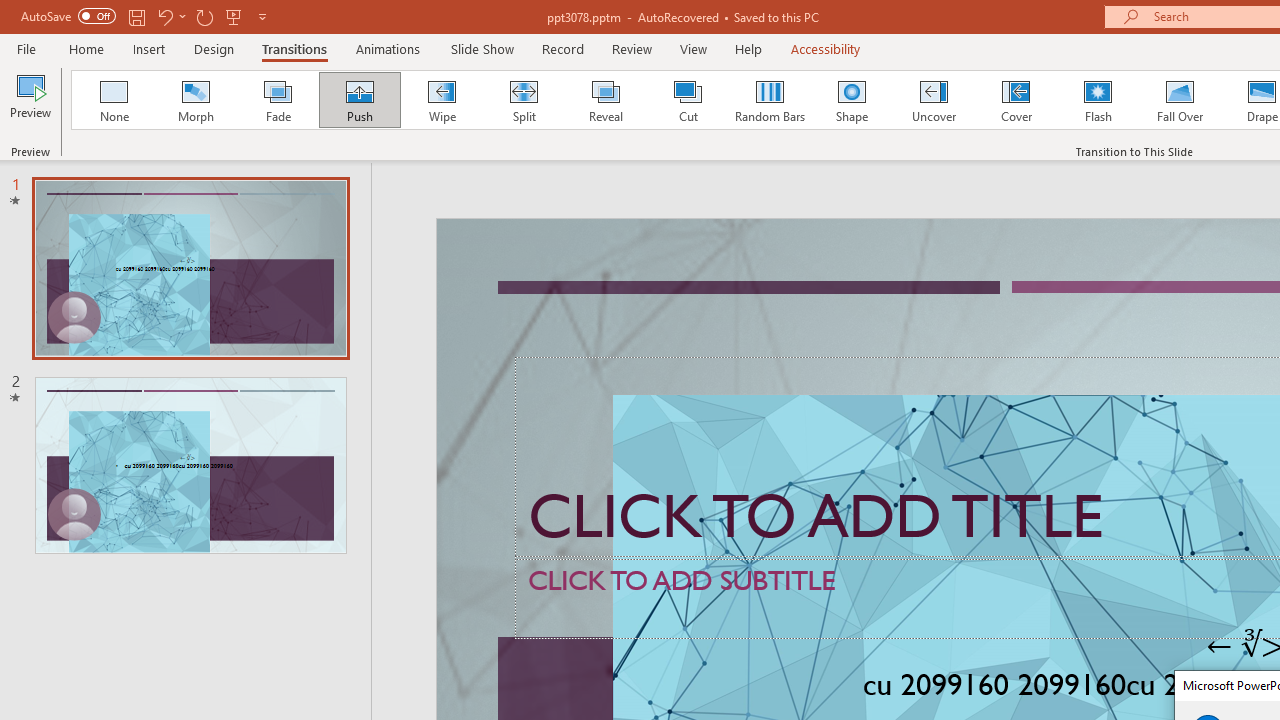  Describe the element at coordinates (604, 100) in the screenshot. I see `'Reveal'` at that location.